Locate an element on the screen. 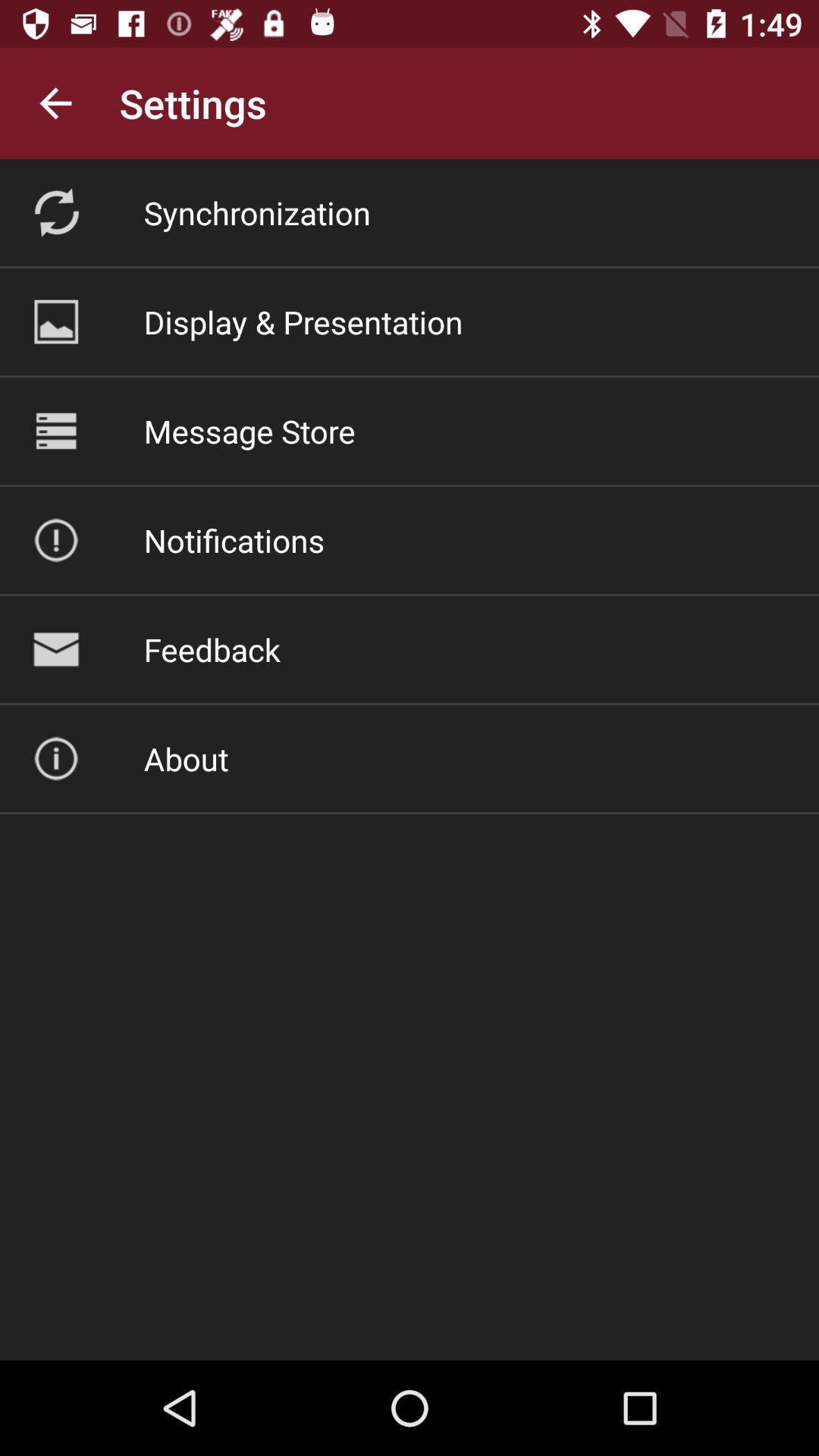 This screenshot has height=1456, width=819. the item above the notifications is located at coordinates (249, 430).